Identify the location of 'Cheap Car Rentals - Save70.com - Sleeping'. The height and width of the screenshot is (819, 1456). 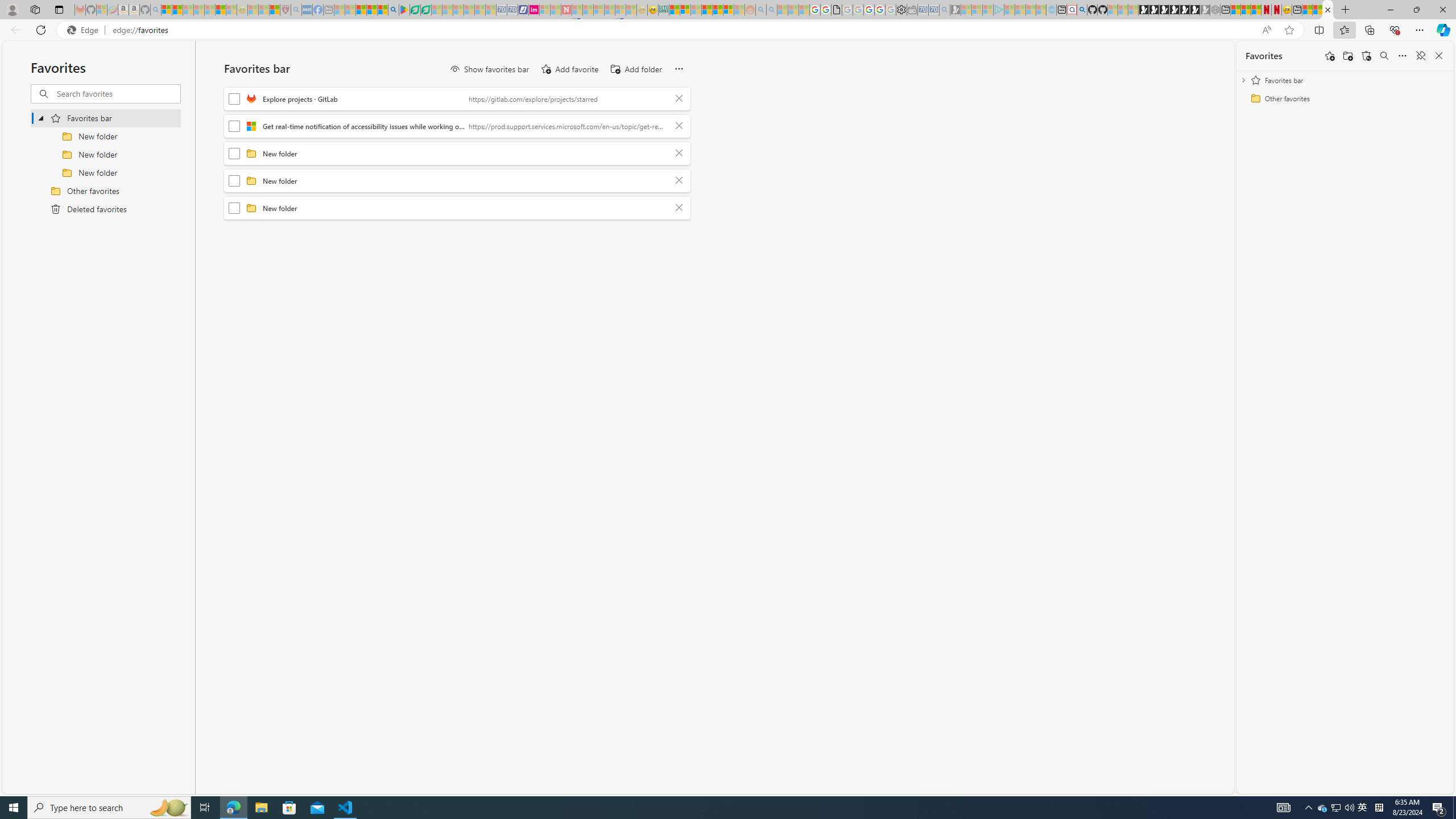
(932, 9).